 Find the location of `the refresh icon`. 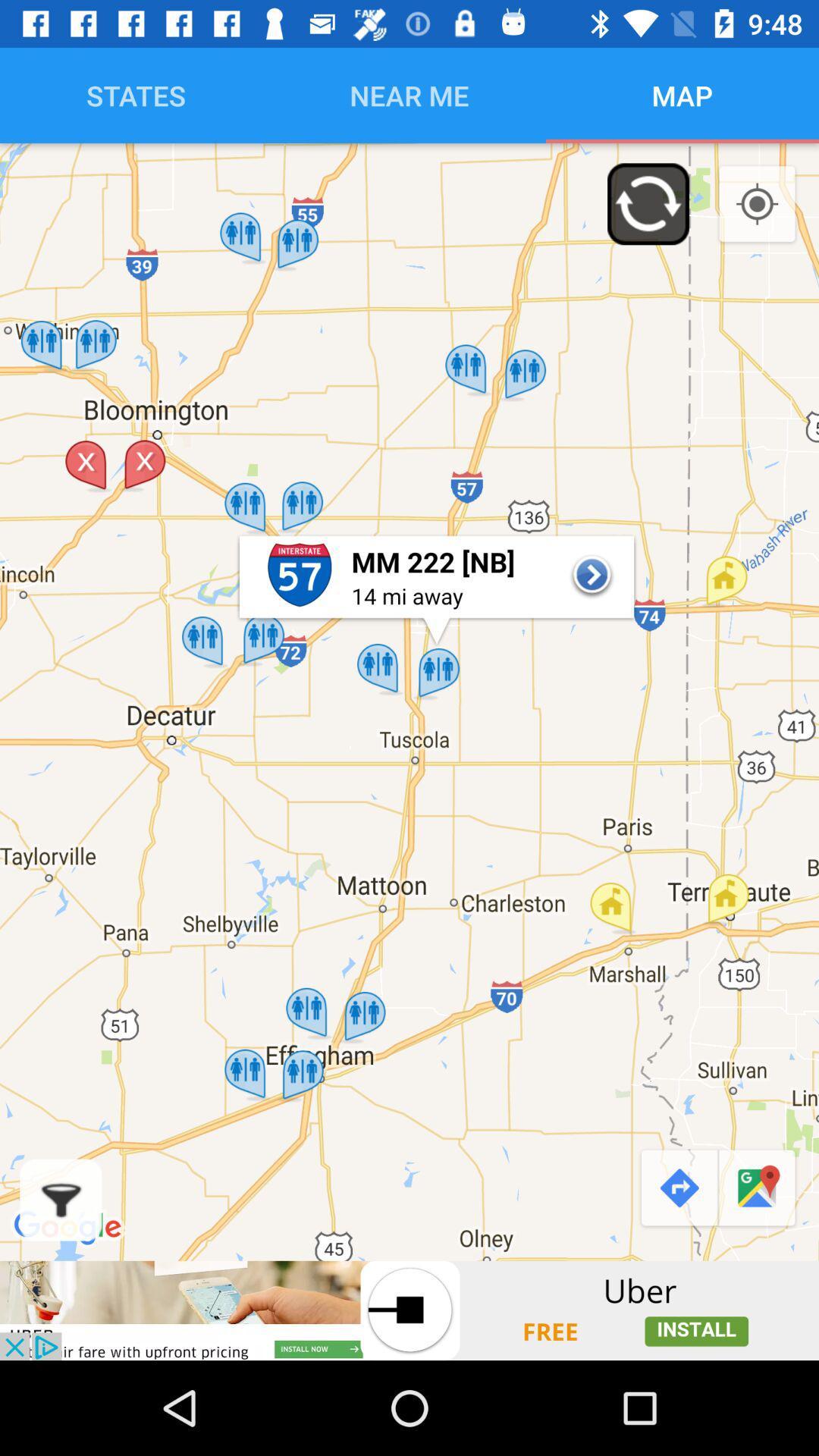

the refresh icon is located at coordinates (648, 203).